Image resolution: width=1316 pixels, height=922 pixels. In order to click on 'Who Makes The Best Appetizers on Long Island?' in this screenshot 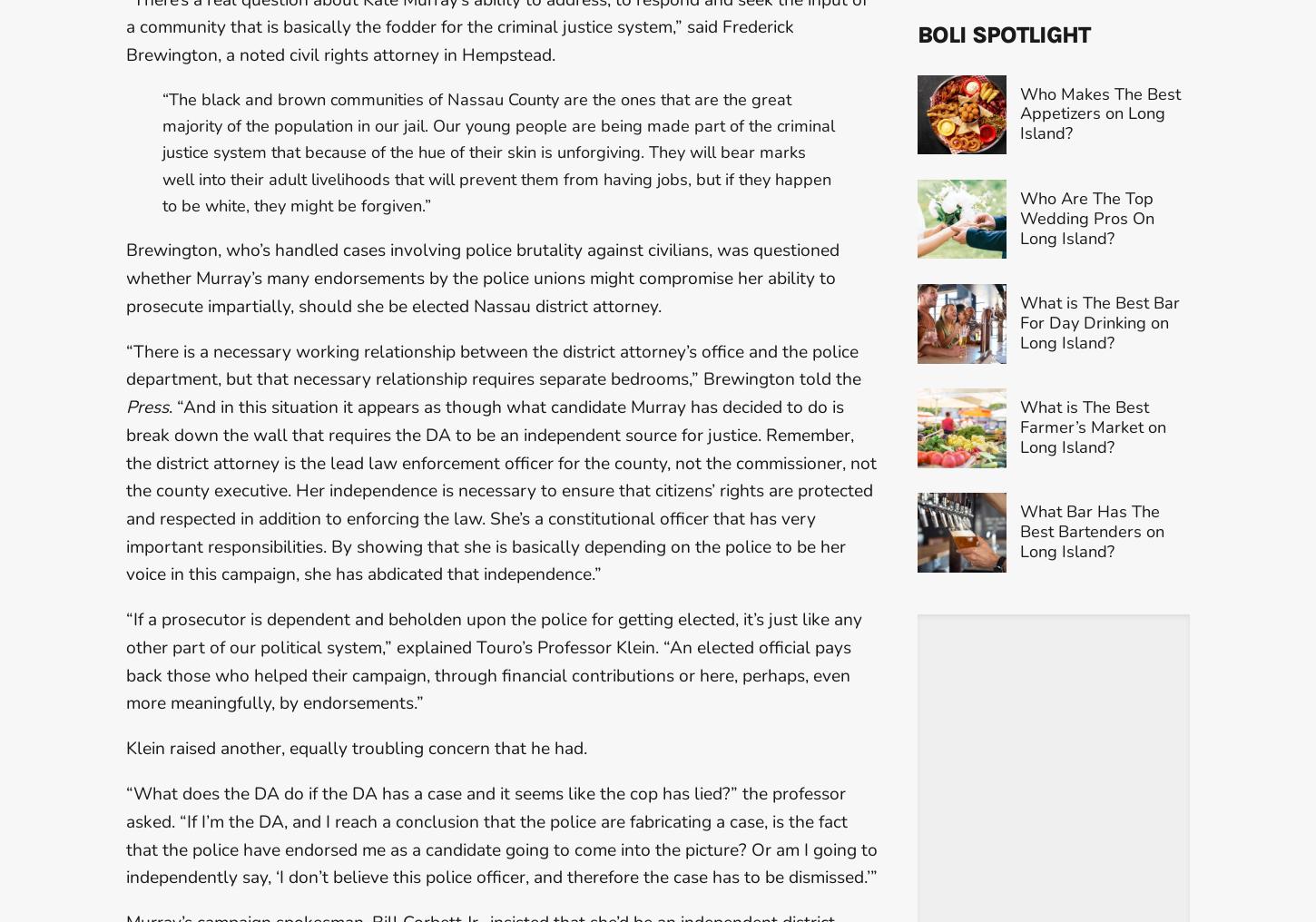, I will do `click(1099, 144)`.